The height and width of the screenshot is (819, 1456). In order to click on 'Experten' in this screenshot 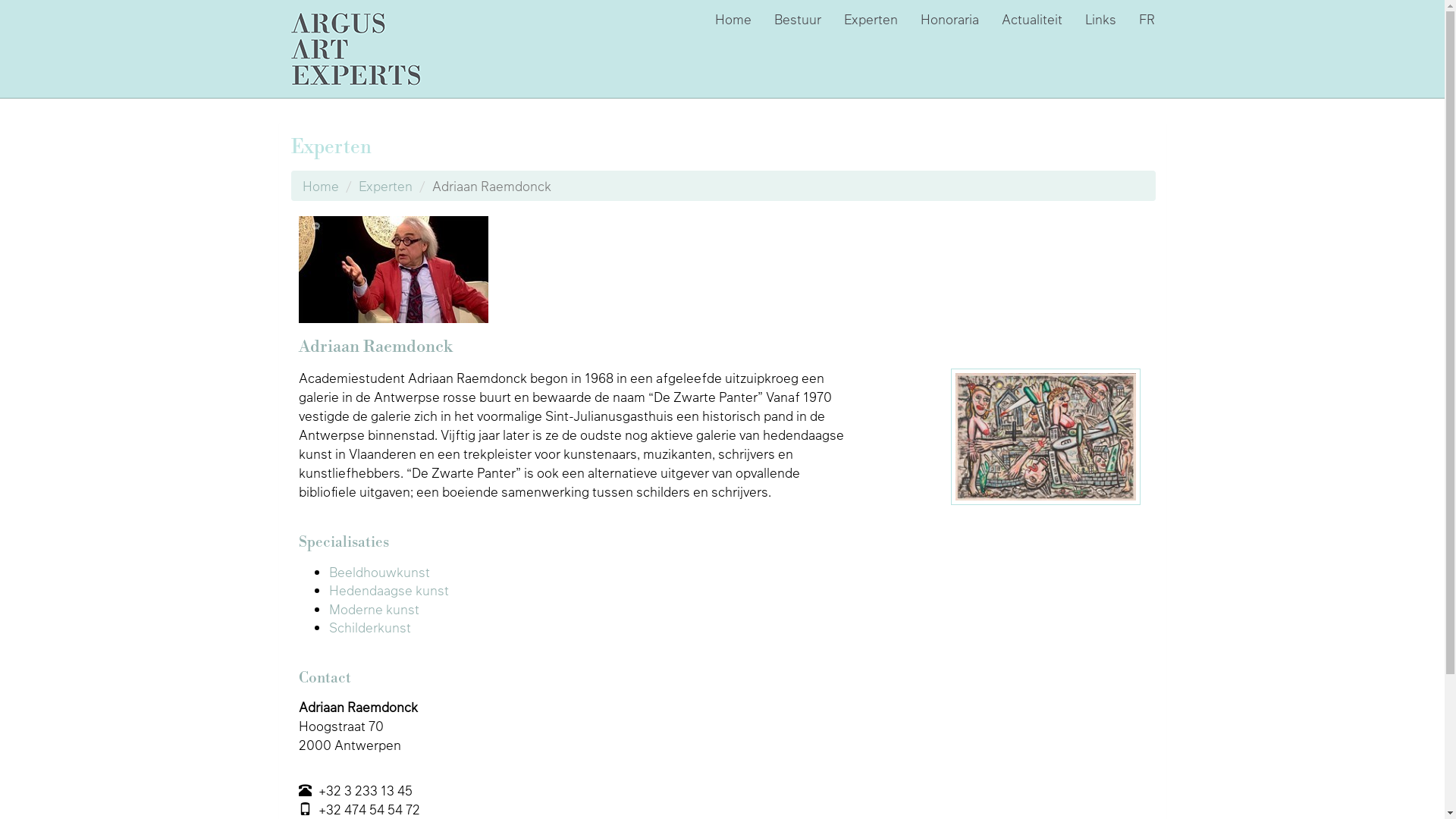, I will do `click(384, 184)`.